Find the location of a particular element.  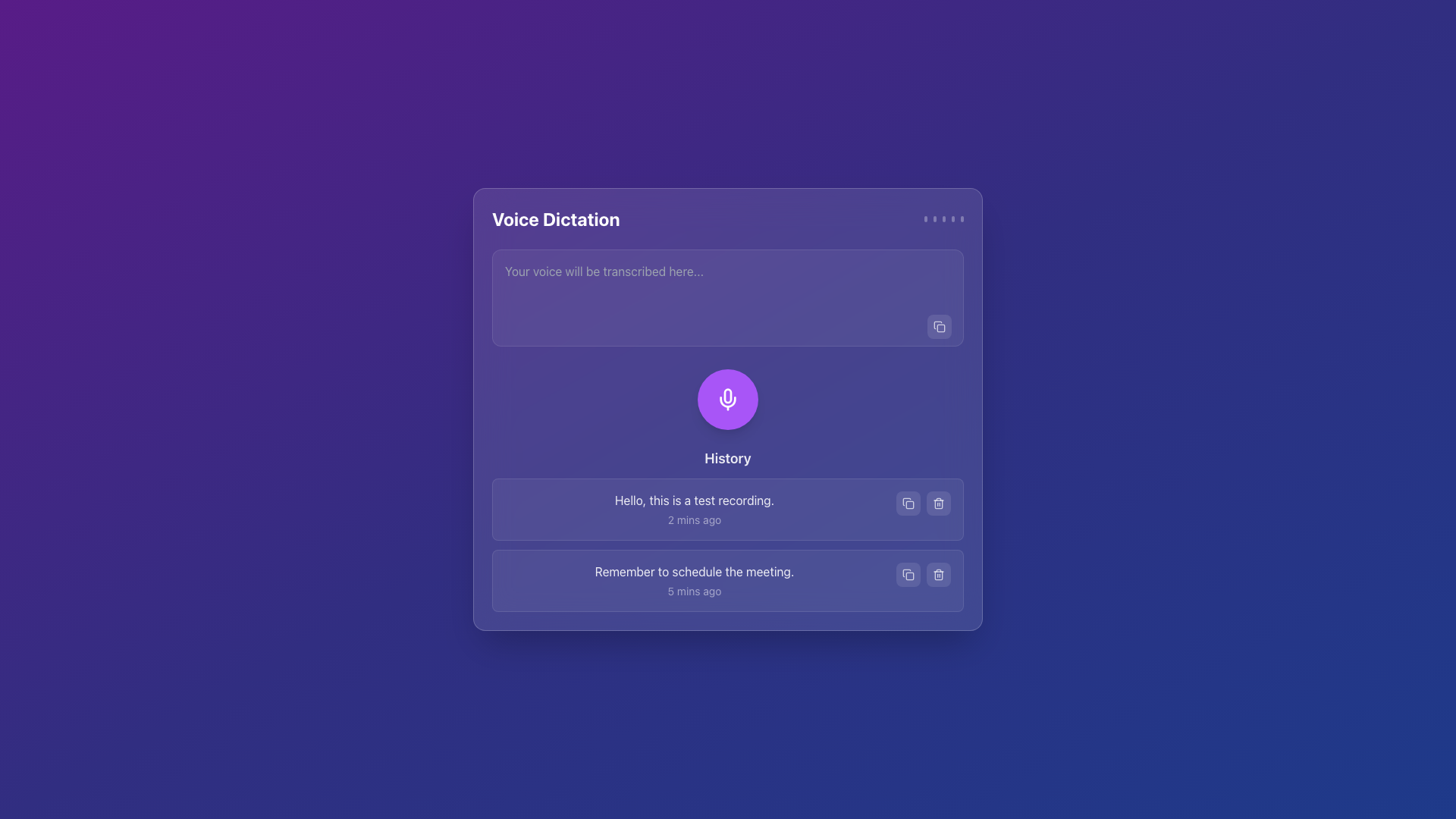

the copy icon button, which is a small icon depicting overlapping squares with a white outline, located in the top-right corner of the second section, to copy the content is located at coordinates (938, 326).